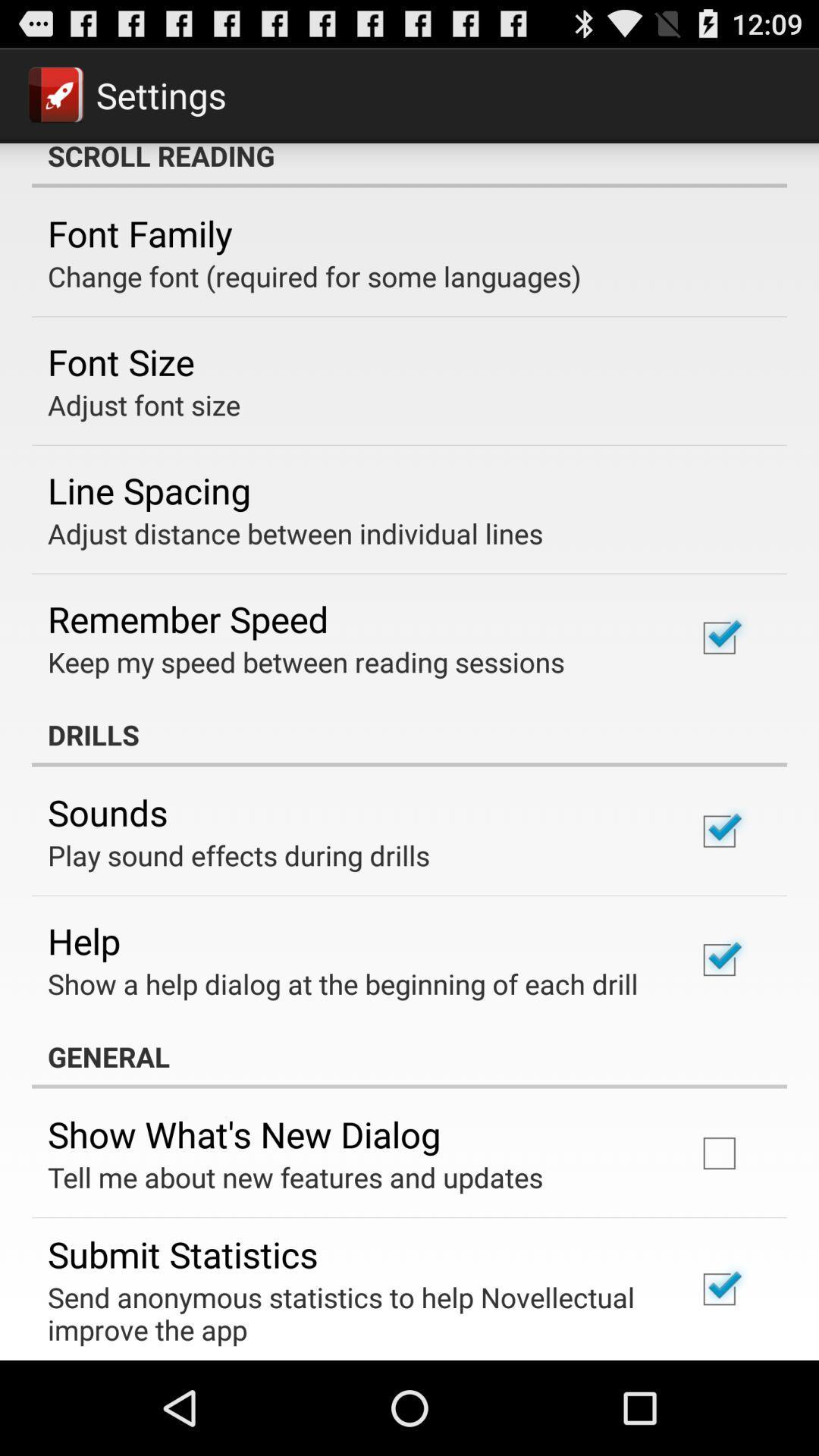  What do you see at coordinates (306, 662) in the screenshot?
I see `the item above the drills app` at bounding box center [306, 662].